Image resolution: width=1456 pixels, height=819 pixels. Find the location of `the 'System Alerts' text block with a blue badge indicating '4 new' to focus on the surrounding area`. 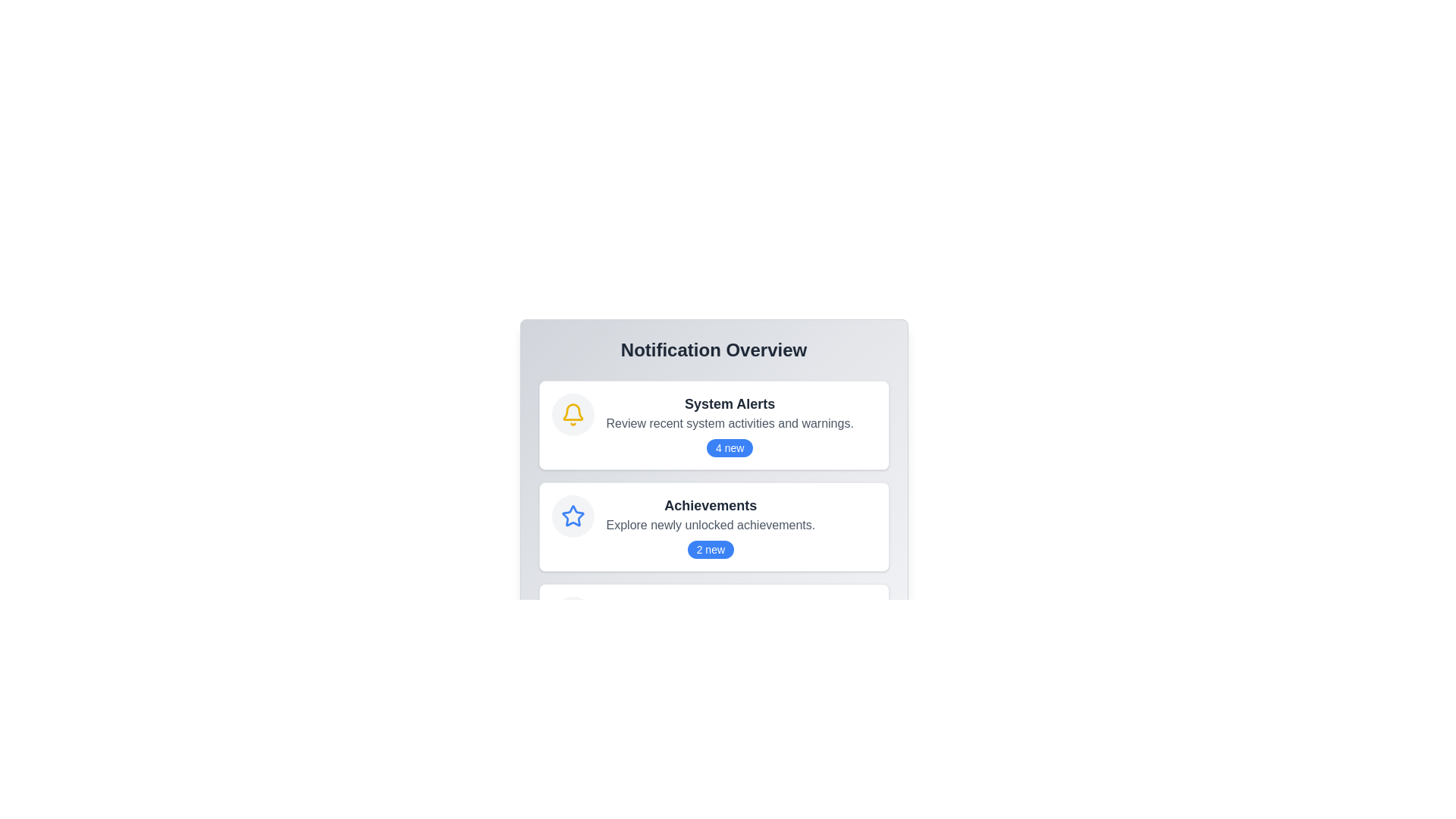

the 'System Alerts' text block with a blue badge indicating '4 new' to focus on the surrounding area is located at coordinates (730, 425).